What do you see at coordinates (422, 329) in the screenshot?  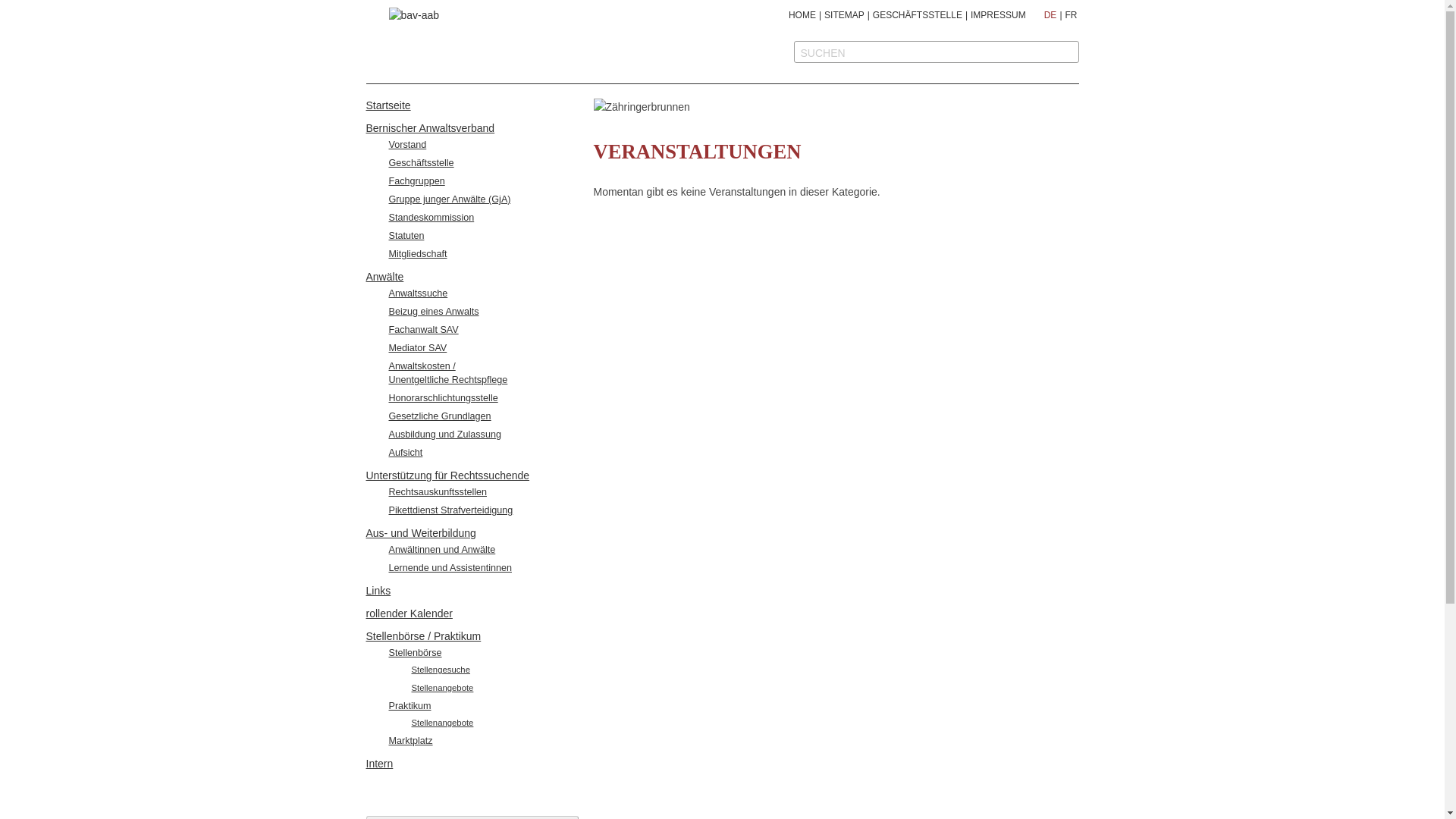 I see `'Fachanwalt SAV'` at bounding box center [422, 329].